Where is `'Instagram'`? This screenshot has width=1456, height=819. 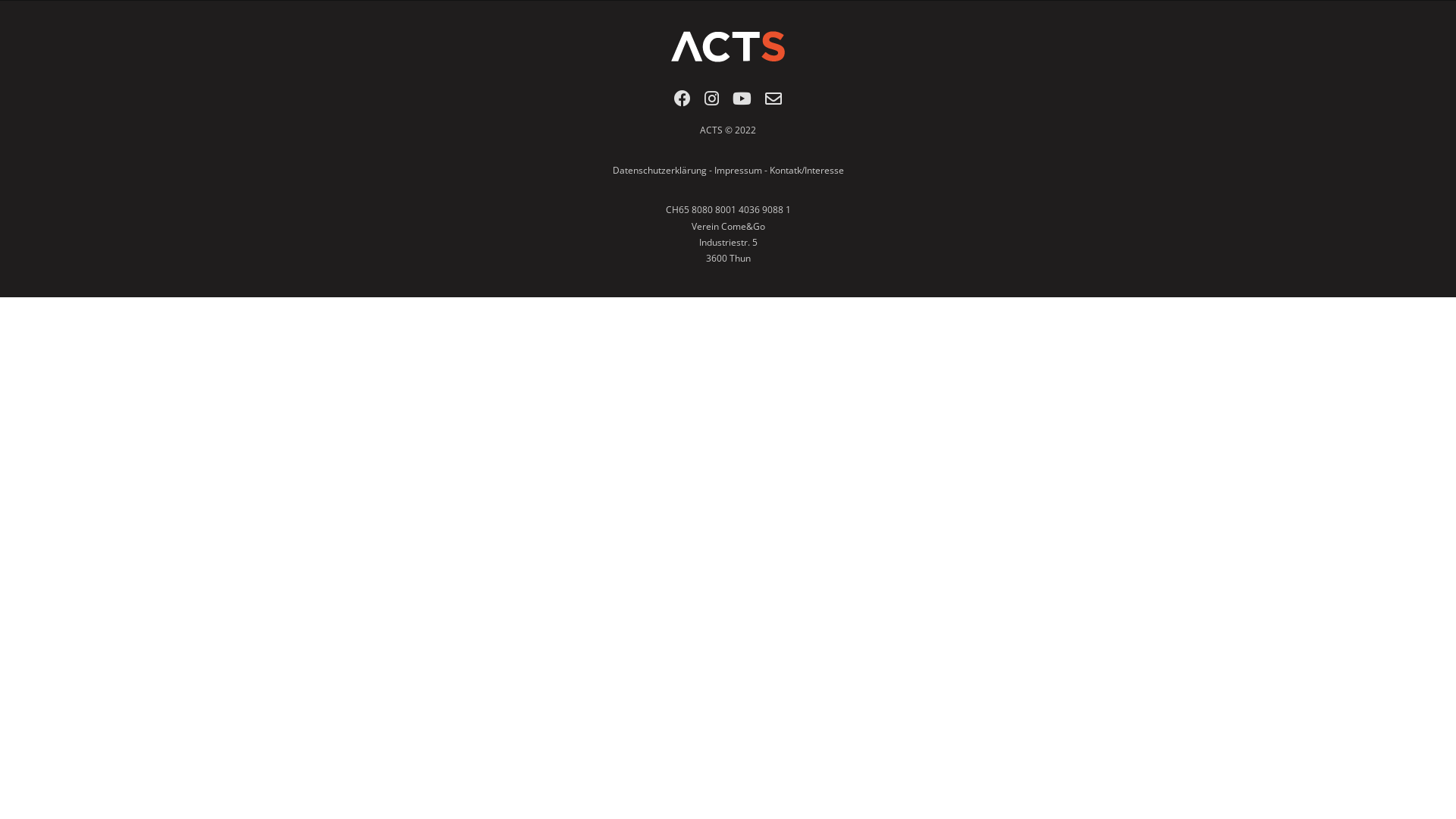 'Instagram' is located at coordinates (704, 102).